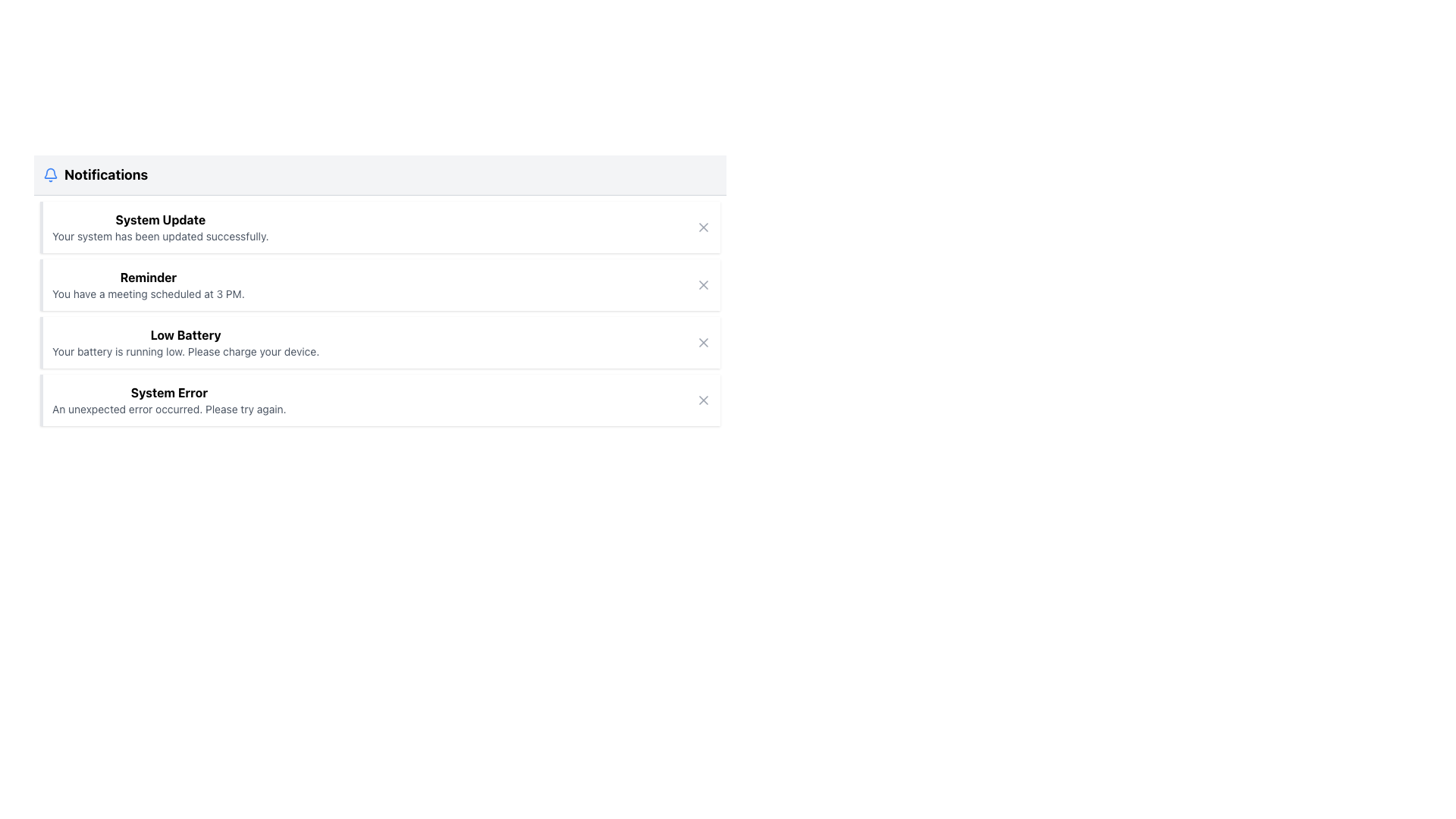 Image resolution: width=1456 pixels, height=819 pixels. I want to click on the close button located in the upper-right corner of the 'Reminder' notification to potentially display a tooltip, so click(702, 284).